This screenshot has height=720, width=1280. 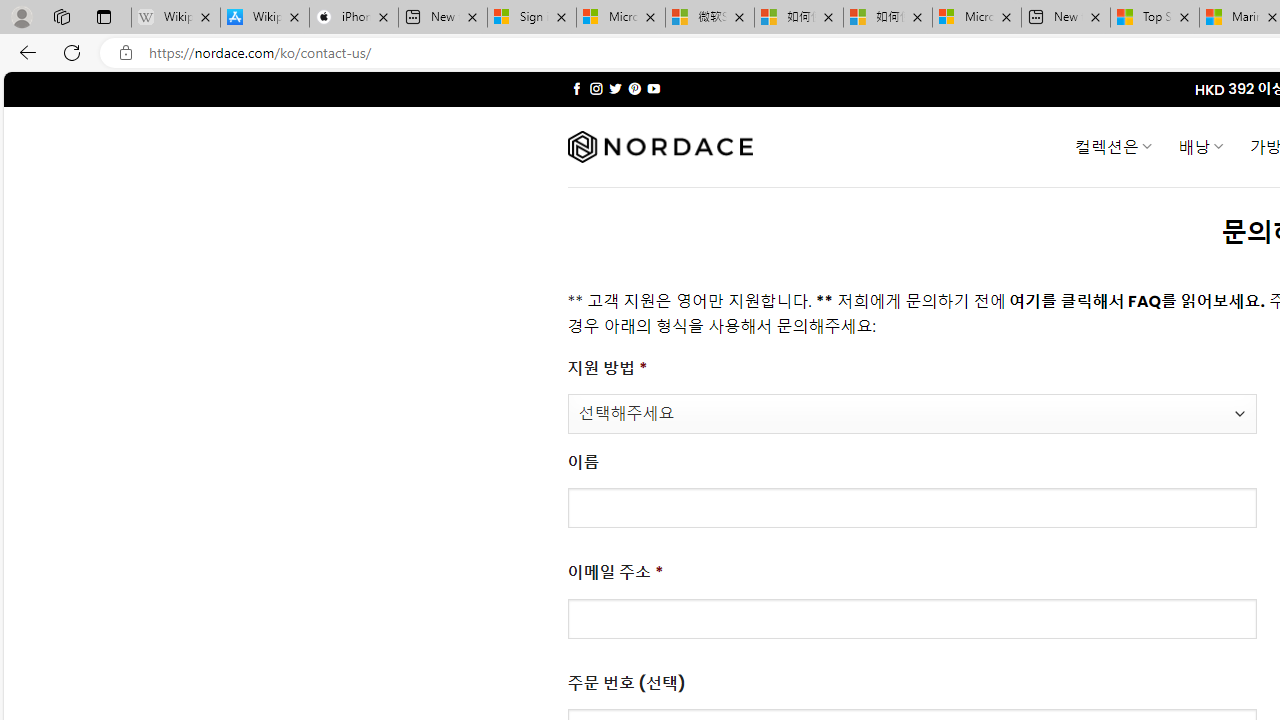 I want to click on 'Follow on Instagram', so click(x=595, y=88).